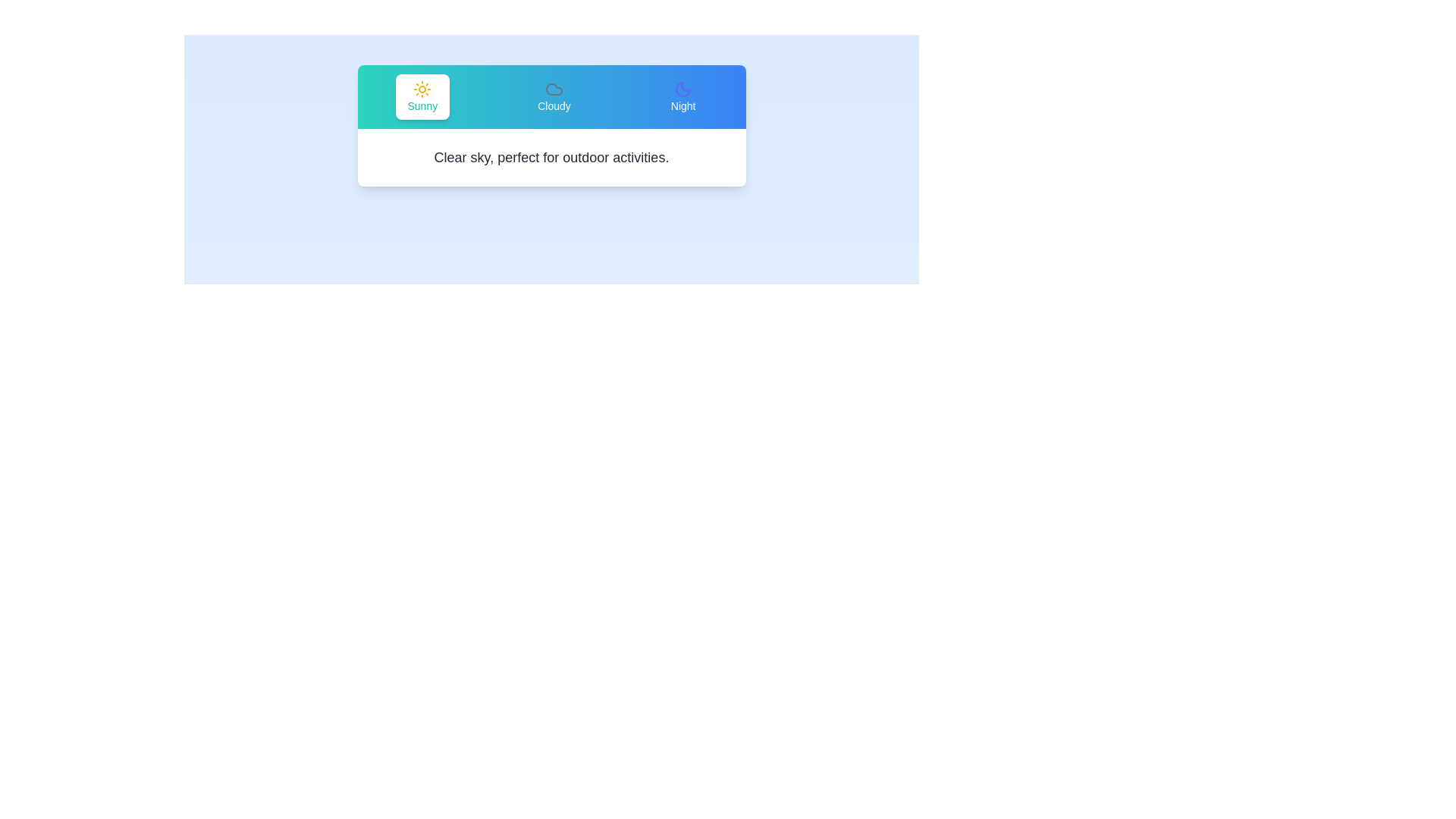  I want to click on the weather tab corresponding to Night, so click(682, 96).